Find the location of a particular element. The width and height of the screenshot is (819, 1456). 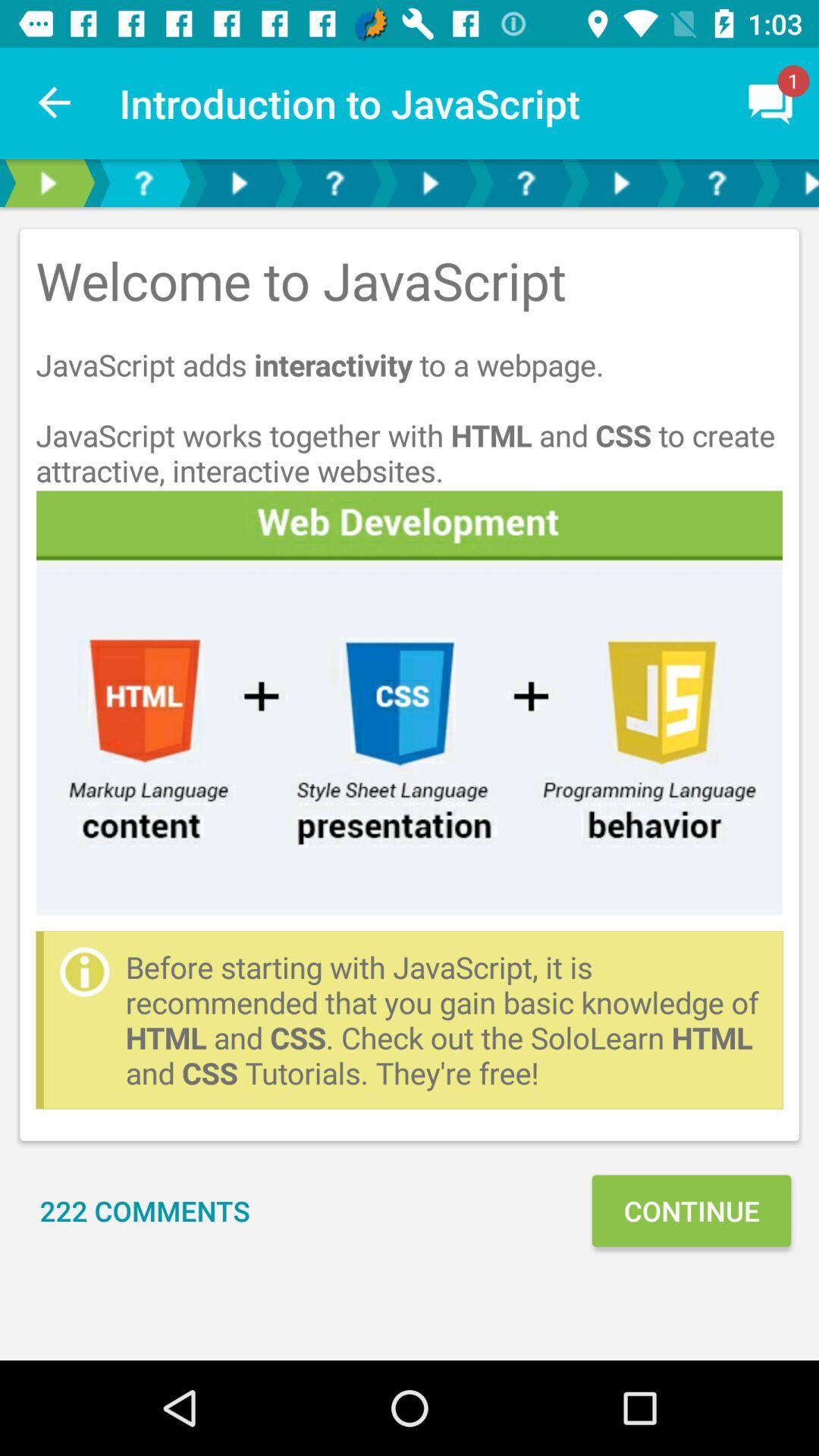

skip to button is located at coordinates (525, 182).